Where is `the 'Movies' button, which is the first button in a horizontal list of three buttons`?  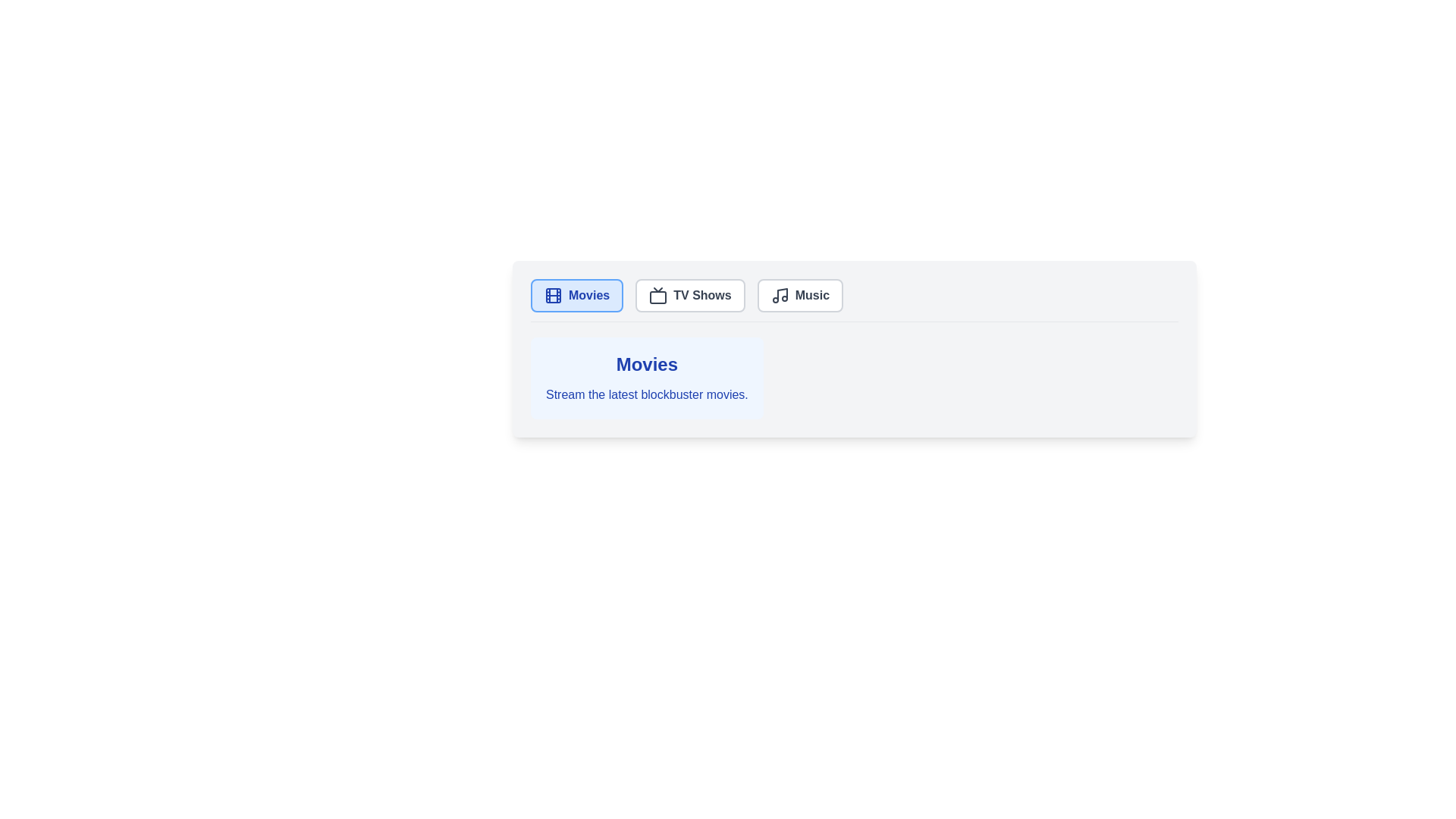
the 'Movies' button, which is the first button in a horizontal list of three buttons is located at coordinates (576, 295).